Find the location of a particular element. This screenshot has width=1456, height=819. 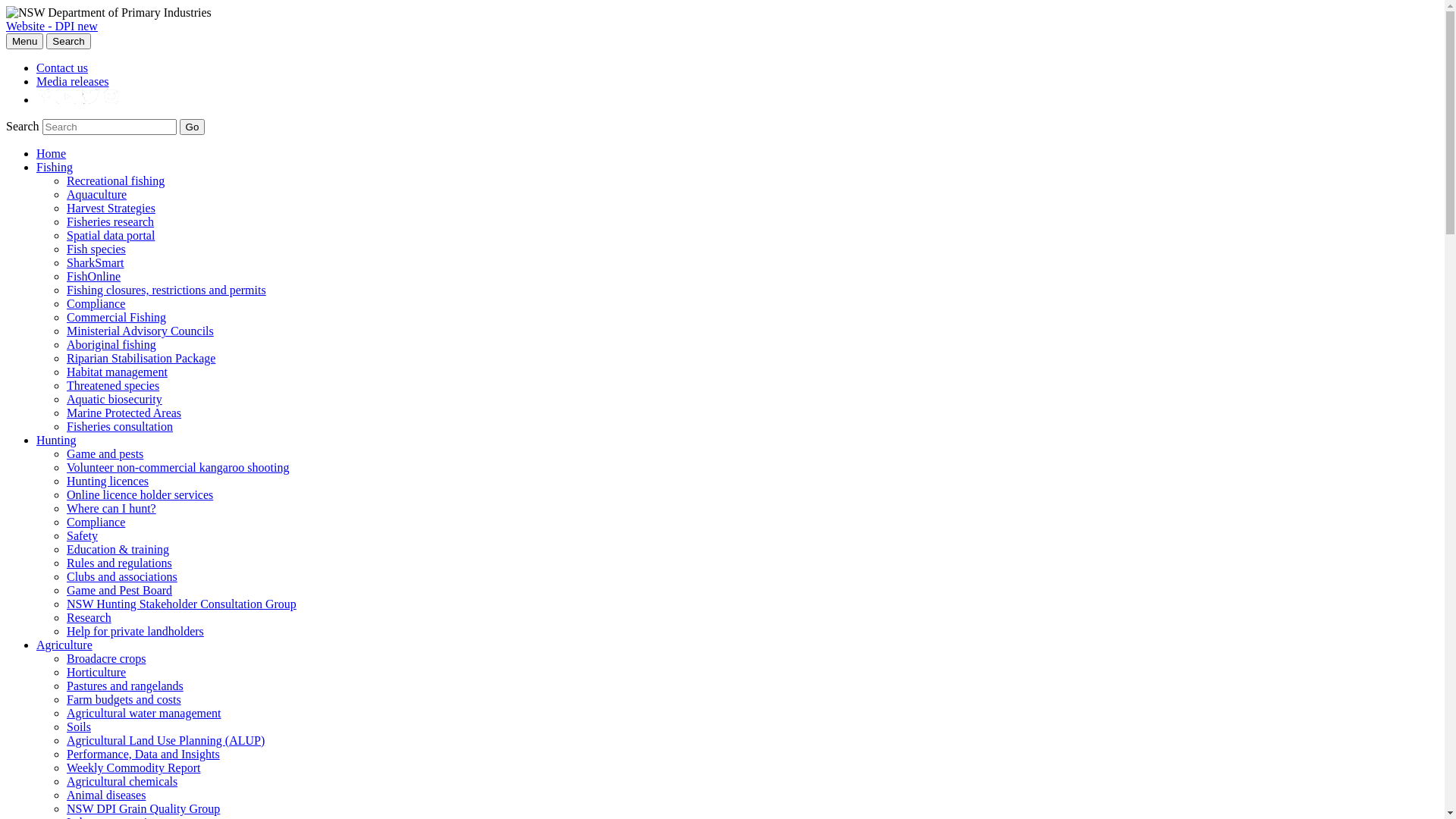

'FishOnline' is located at coordinates (93, 276).